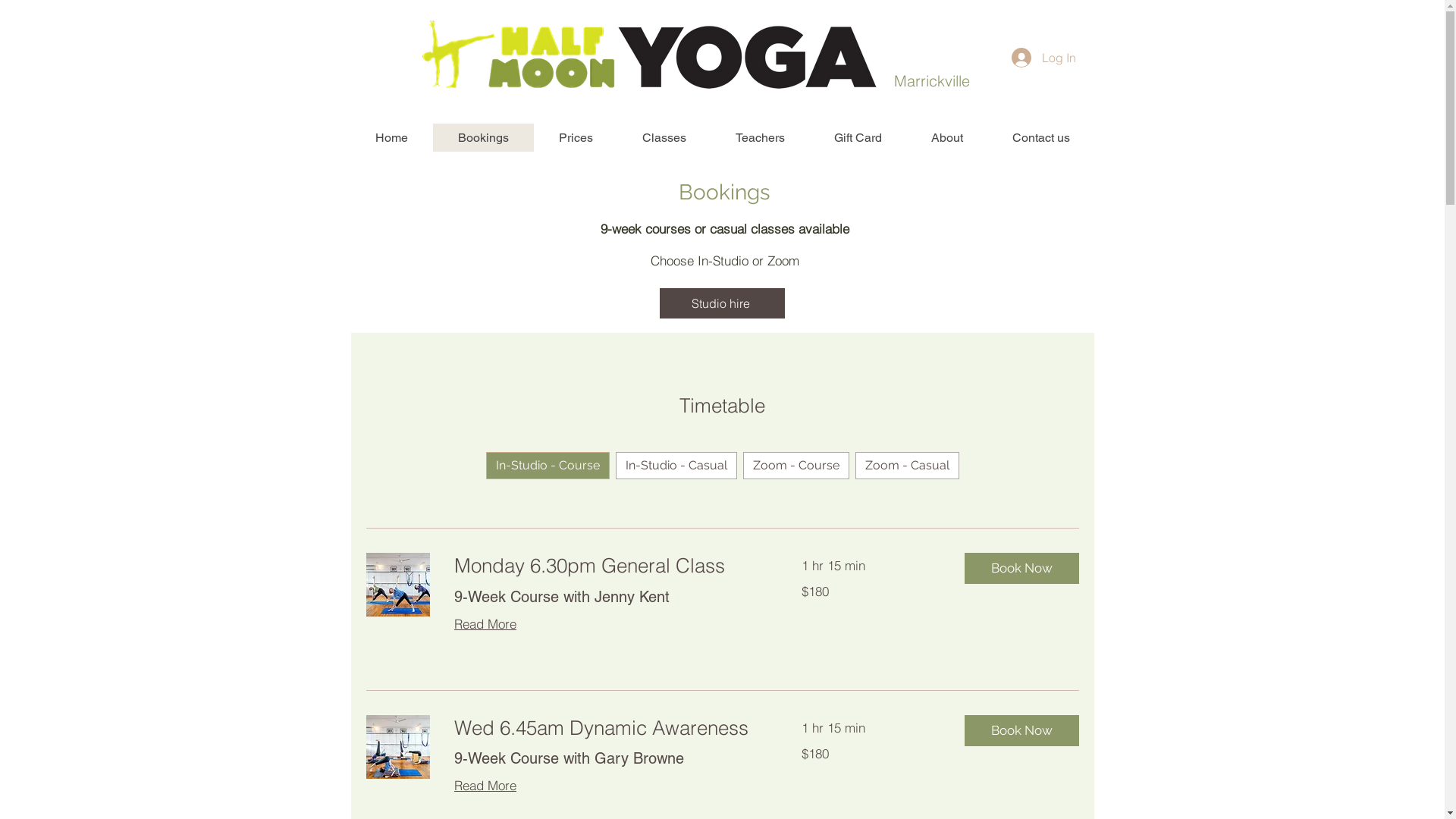  I want to click on 'Gift Card', so click(856, 137).